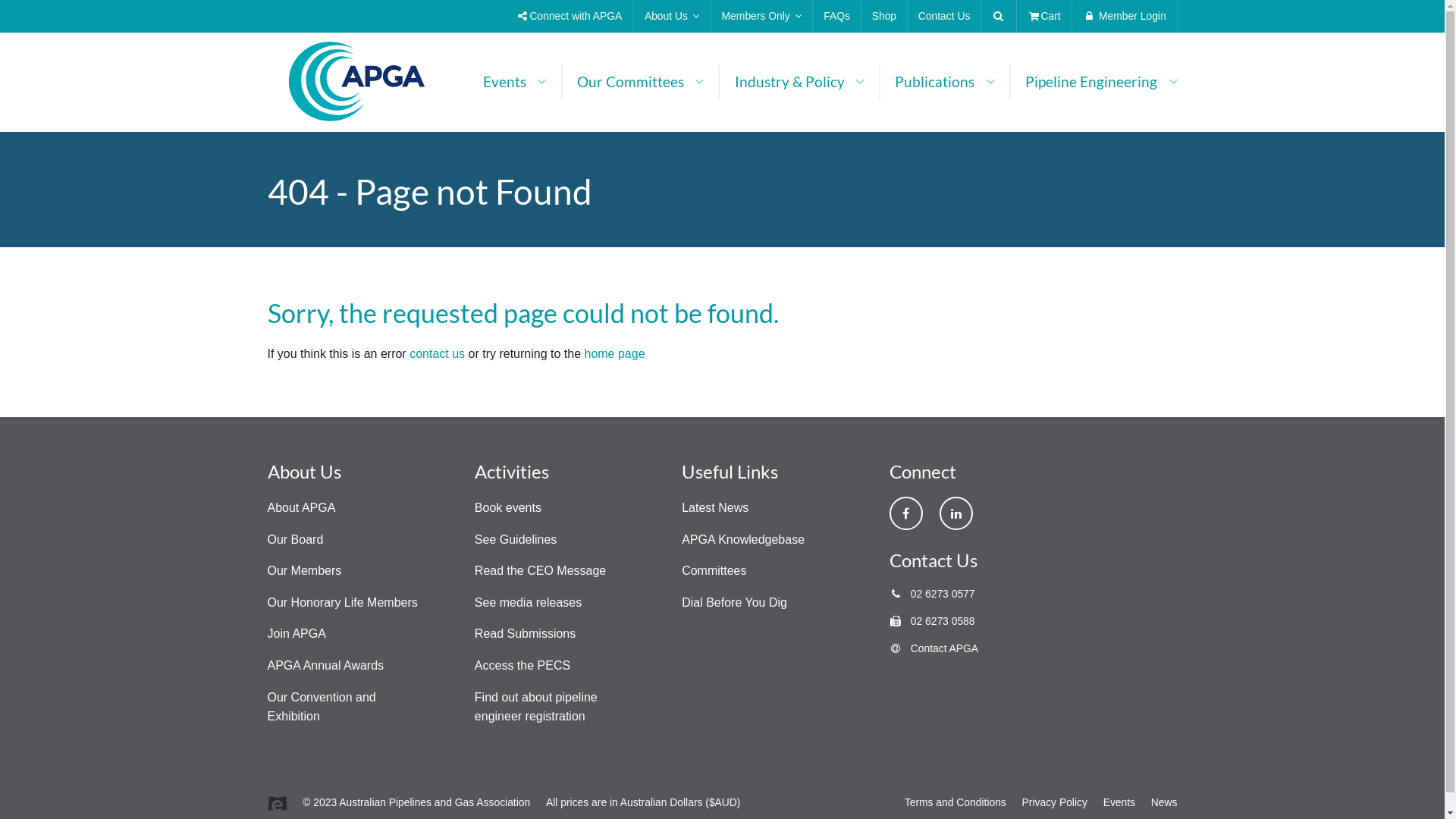 The width and height of the screenshot is (1456, 819). I want to click on 'contact us', so click(436, 353).